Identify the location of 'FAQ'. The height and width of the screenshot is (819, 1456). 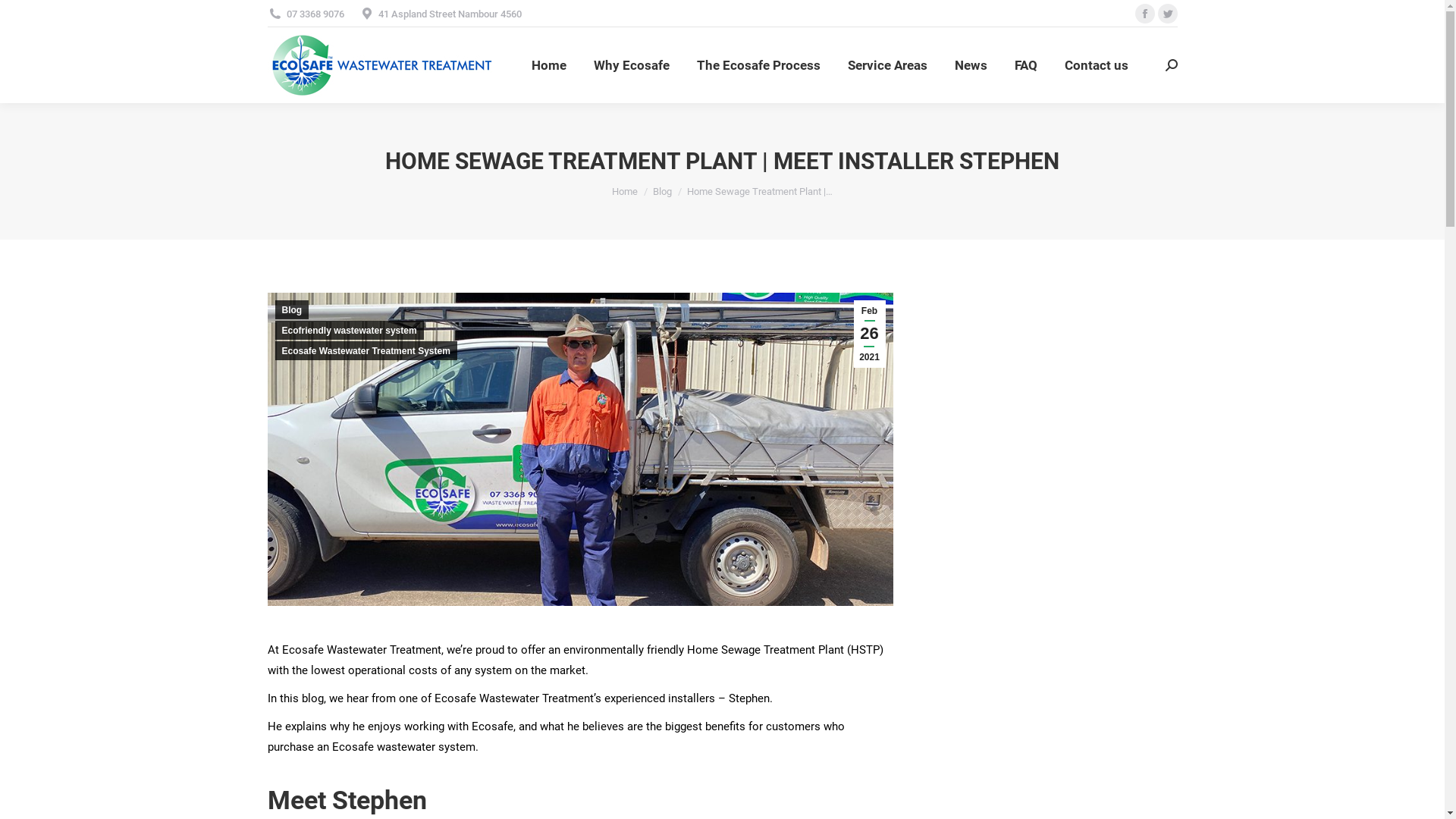
(1026, 64).